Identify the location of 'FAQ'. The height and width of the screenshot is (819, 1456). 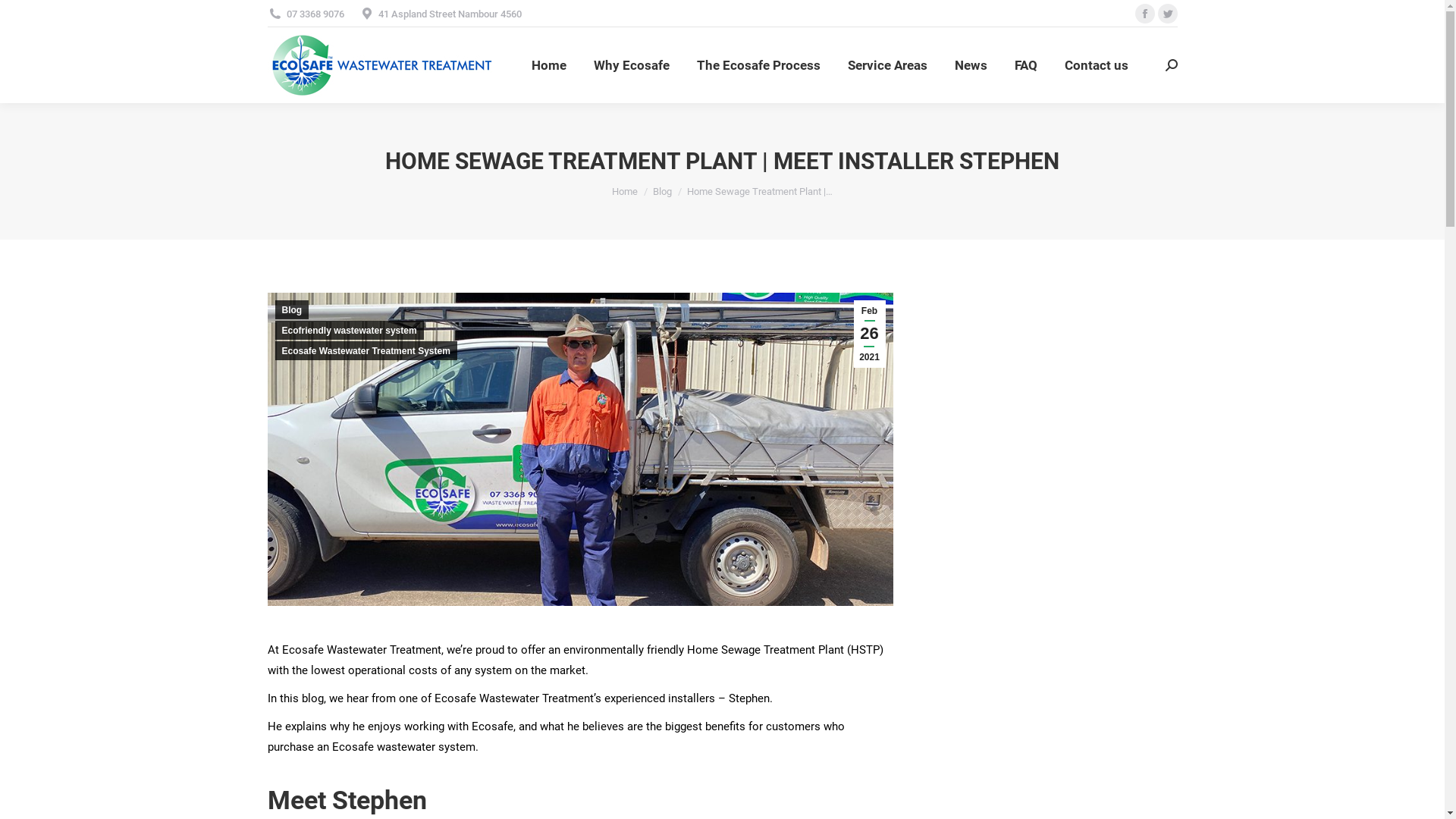
(1026, 64).